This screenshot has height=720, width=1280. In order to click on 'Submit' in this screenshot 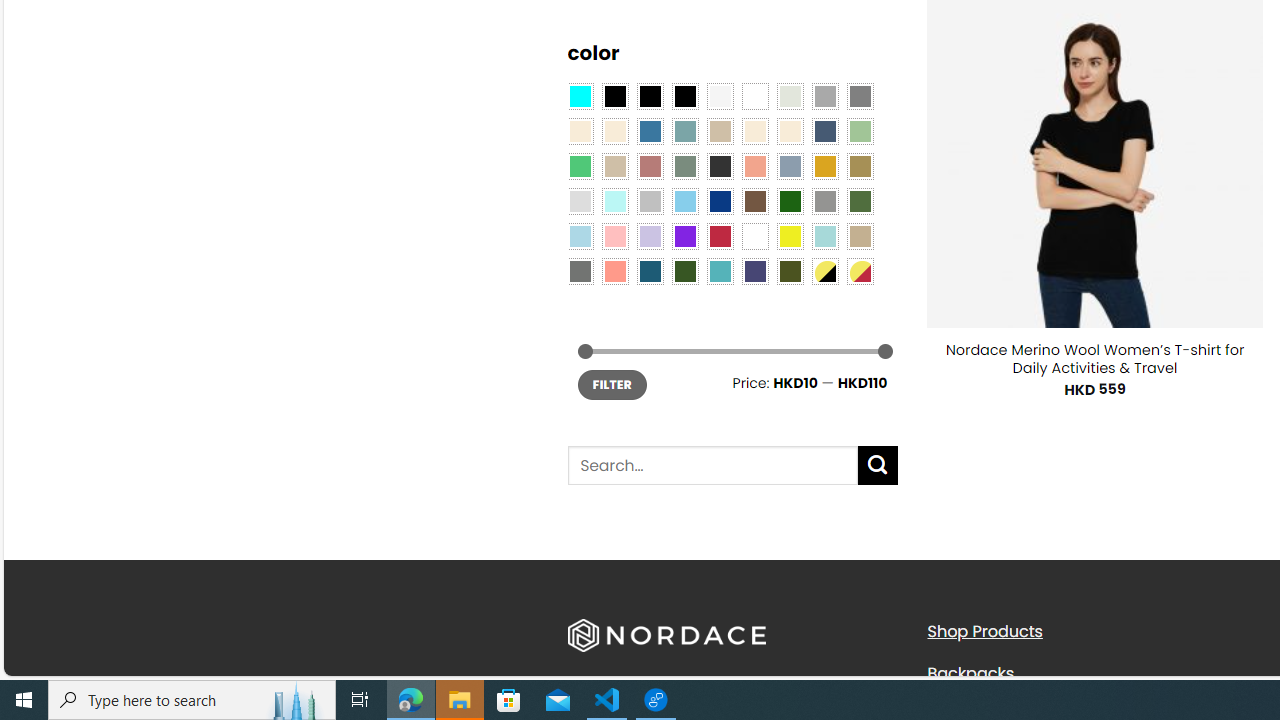, I will do `click(878, 465)`.